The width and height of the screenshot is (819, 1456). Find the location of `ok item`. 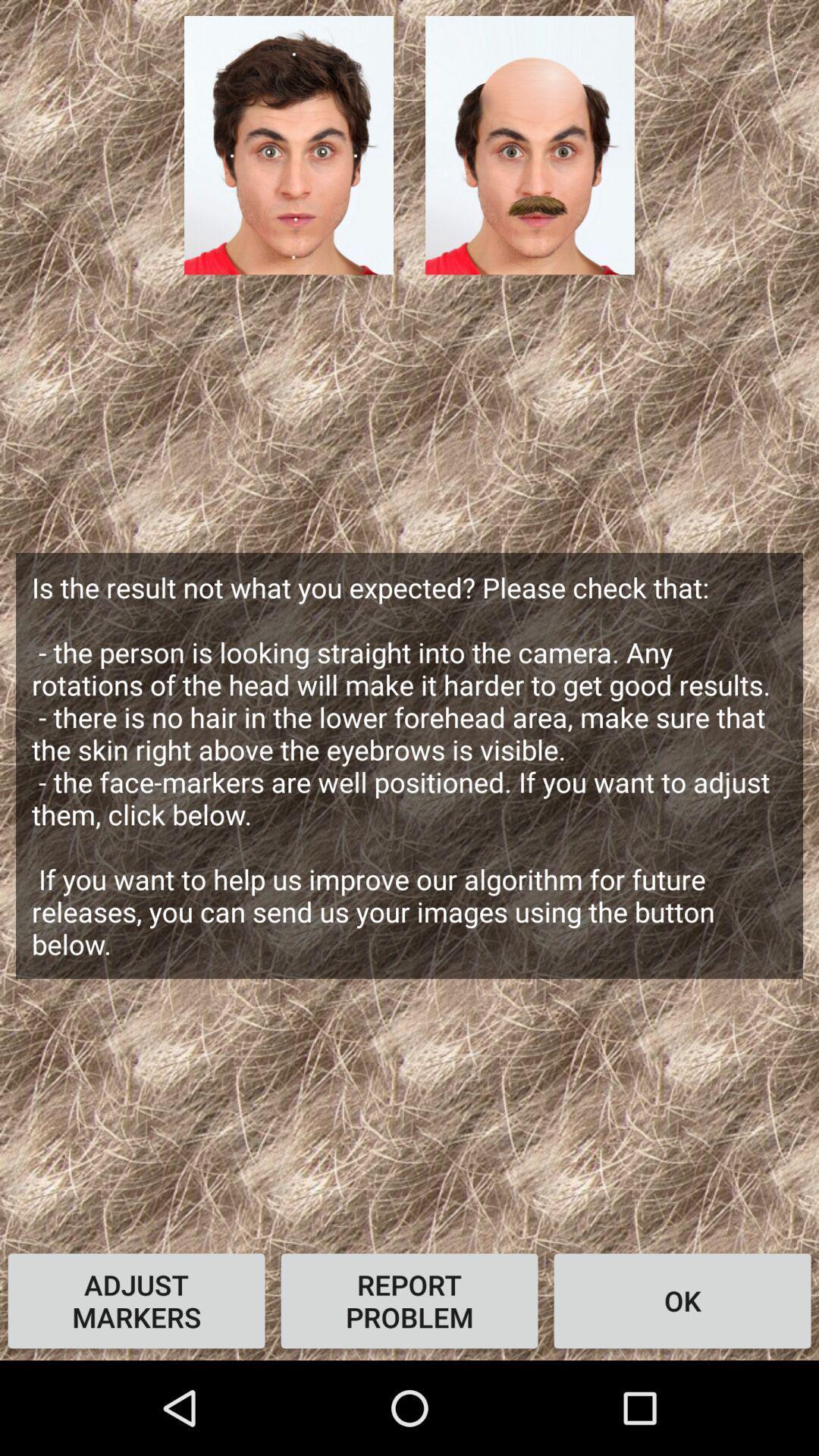

ok item is located at coordinates (681, 1300).